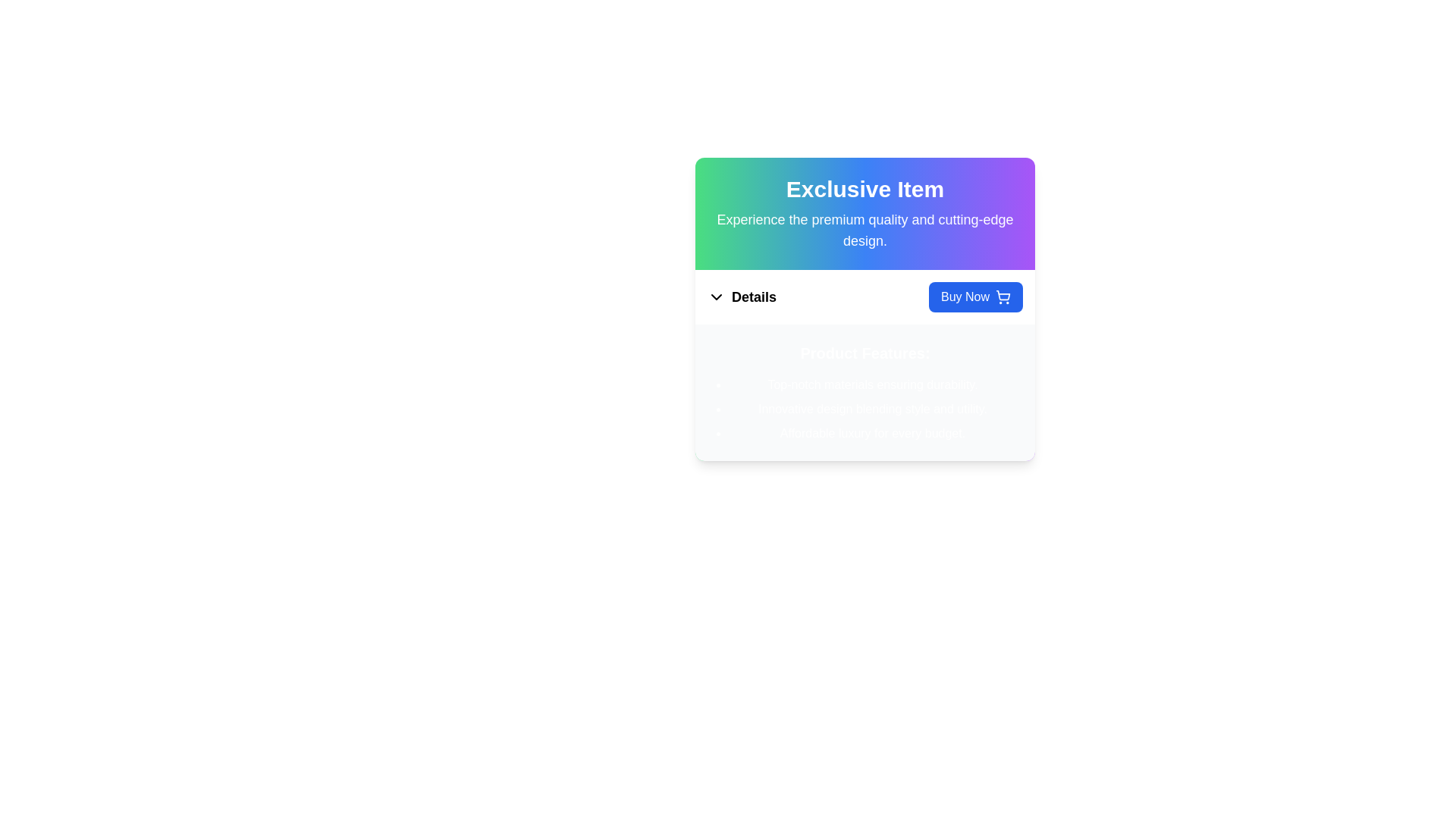 The width and height of the screenshot is (1456, 819). What do you see at coordinates (865, 189) in the screenshot?
I see `the header displaying 'Exclusive Item' in large, bold, white font, which is centered within a green-to-purple gradient background` at bounding box center [865, 189].